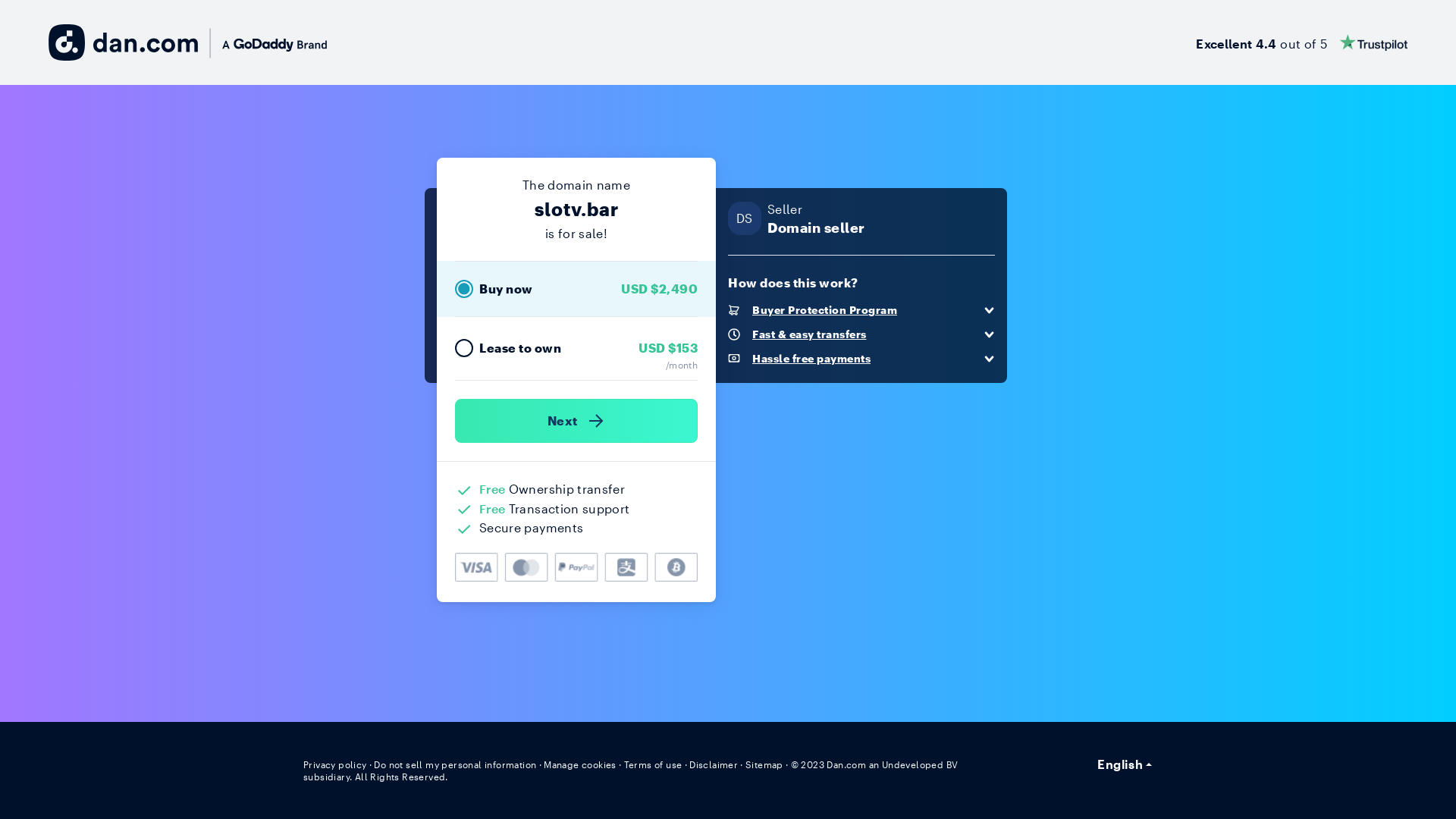  What do you see at coordinates (334, 764) in the screenshot?
I see `'Privacy policy'` at bounding box center [334, 764].